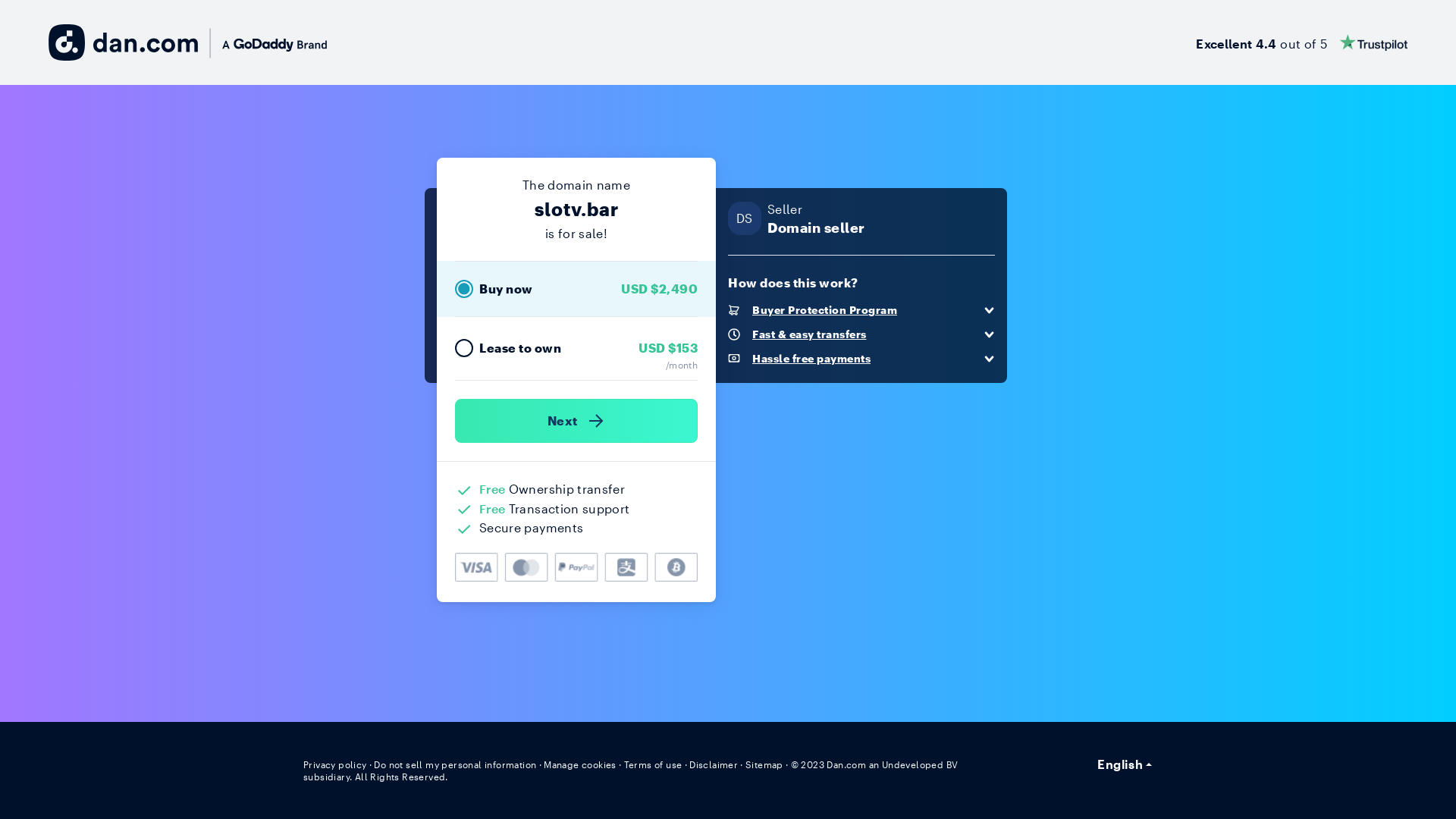  What do you see at coordinates (334, 764) in the screenshot?
I see `'Privacy policy'` at bounding box center [334, 764].